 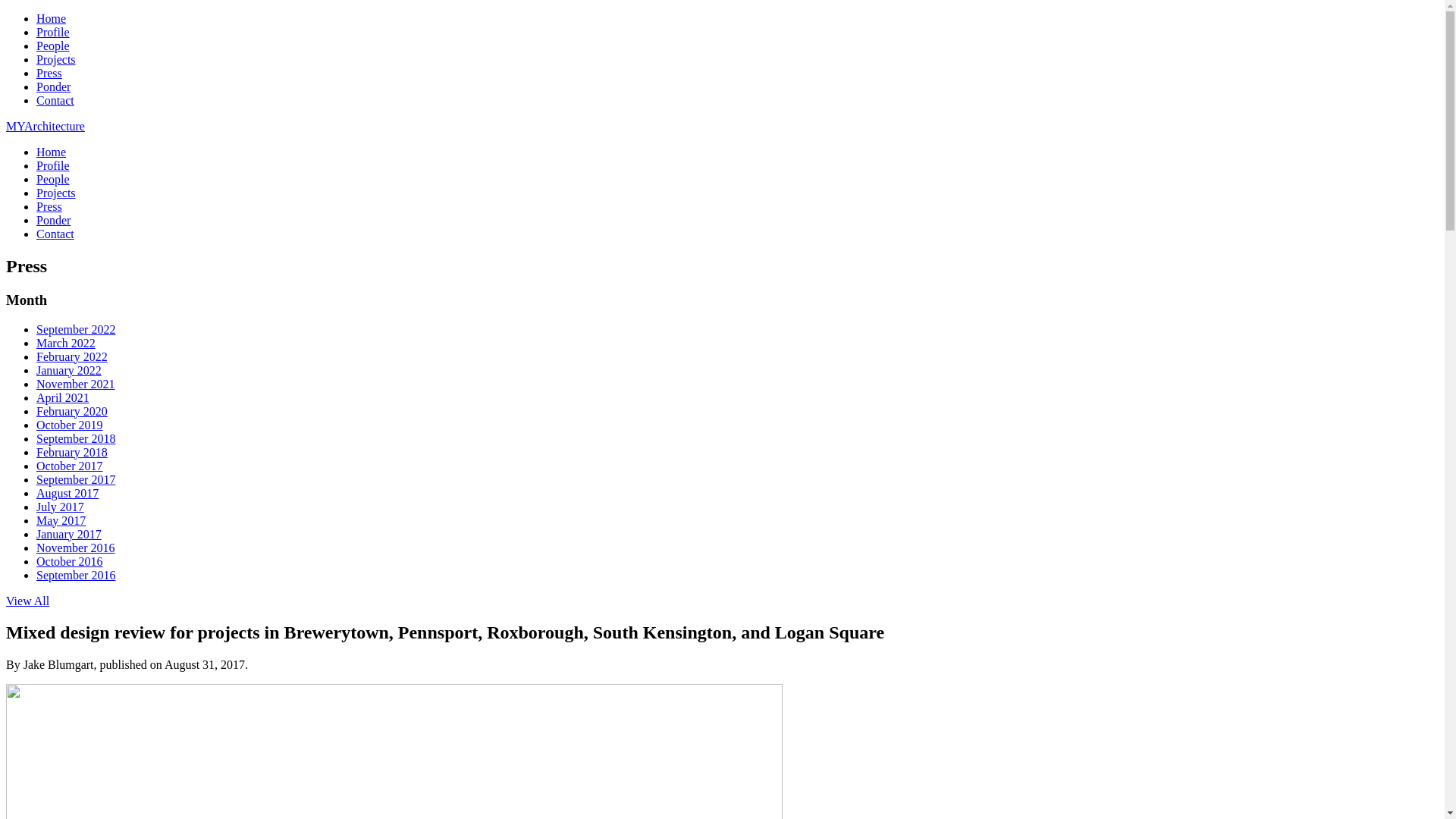 I want to click on 'MYArchitecture', so click(x=45, y=125).